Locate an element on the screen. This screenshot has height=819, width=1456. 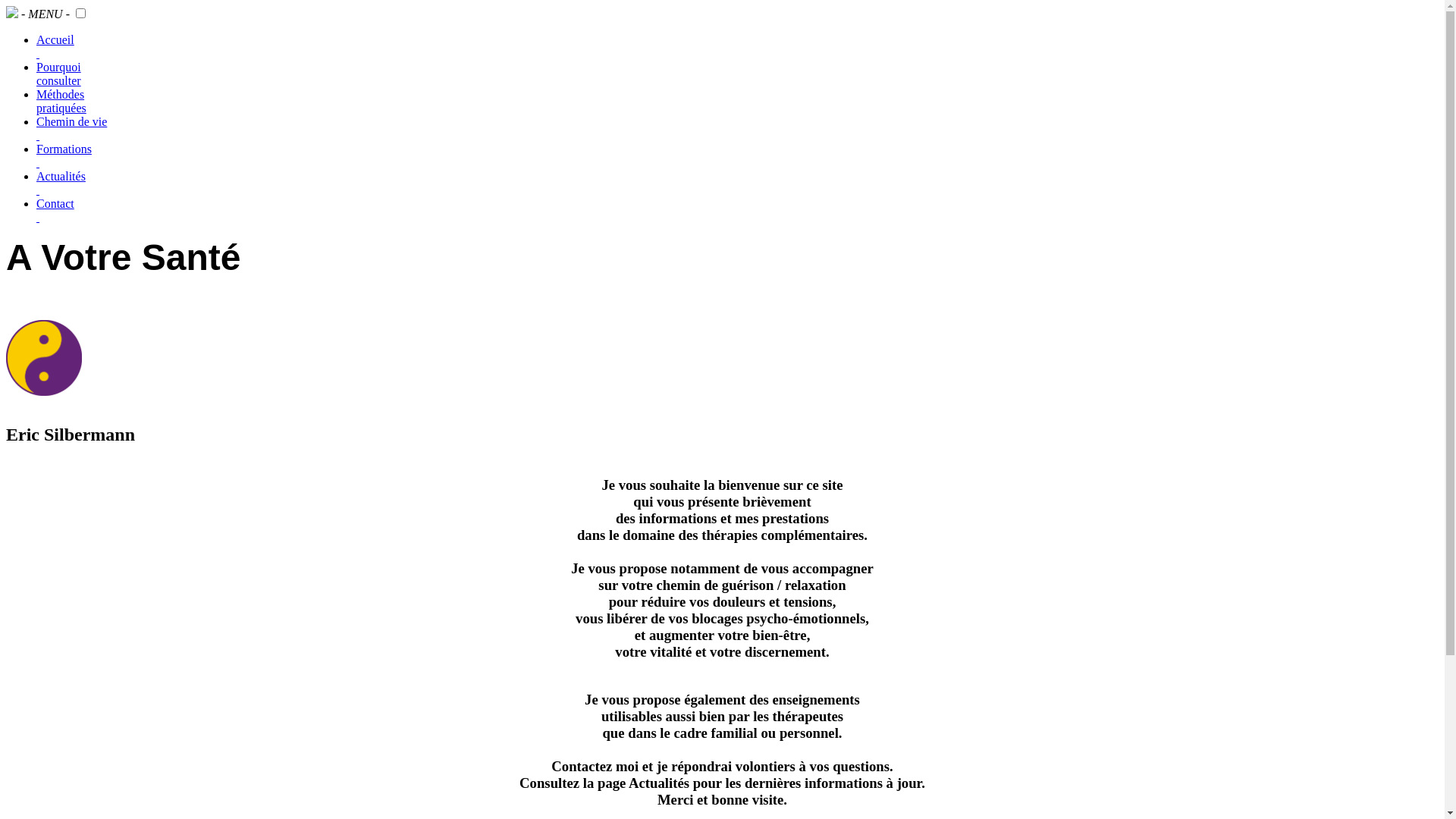
'Formations is located at coordinates (63, 155).